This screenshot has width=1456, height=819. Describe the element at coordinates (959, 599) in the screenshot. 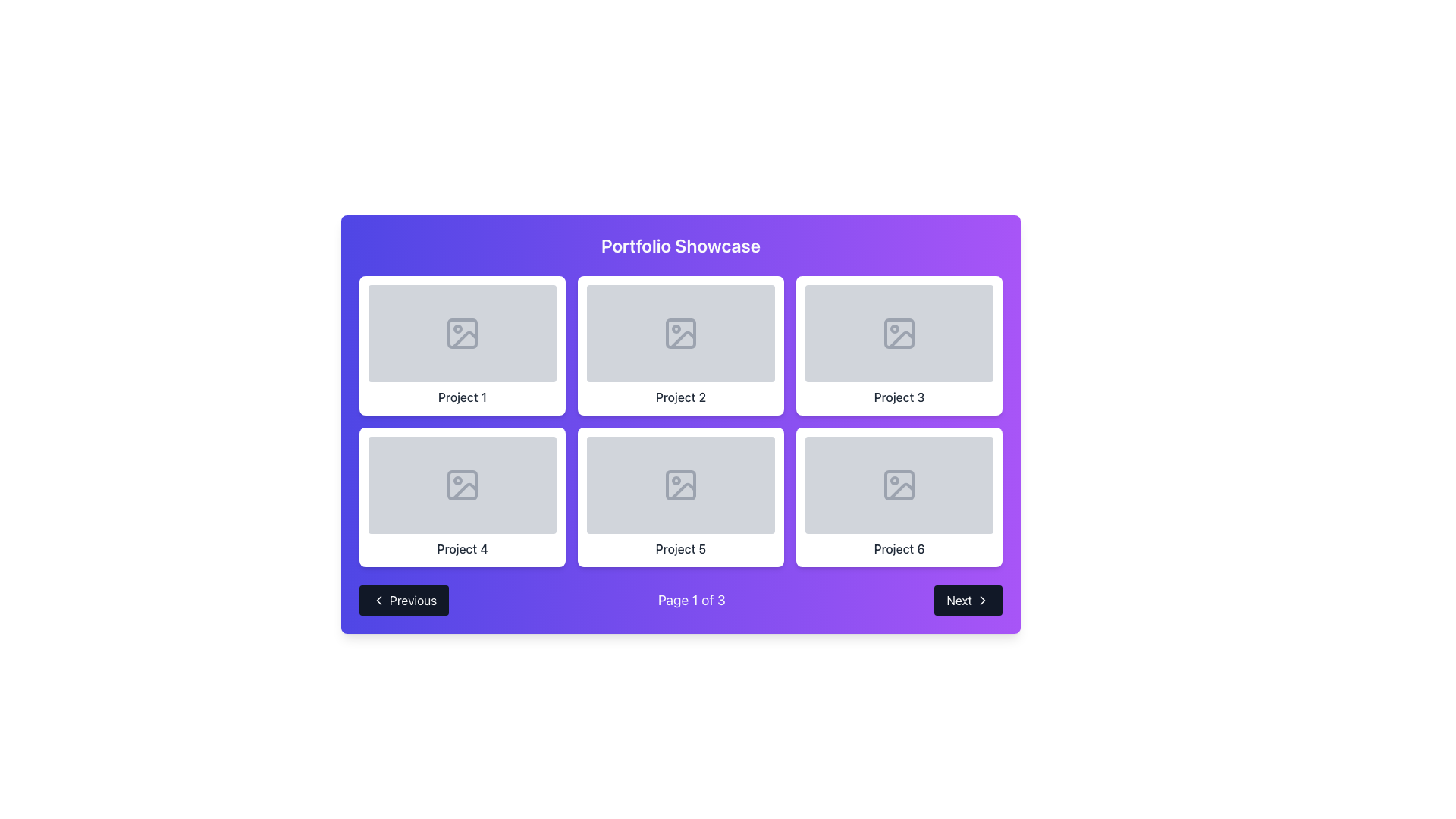

I see `the 'Next' text label, which is a bolded, white font button located in the bottom-right corner of the pagination bar` at that location.